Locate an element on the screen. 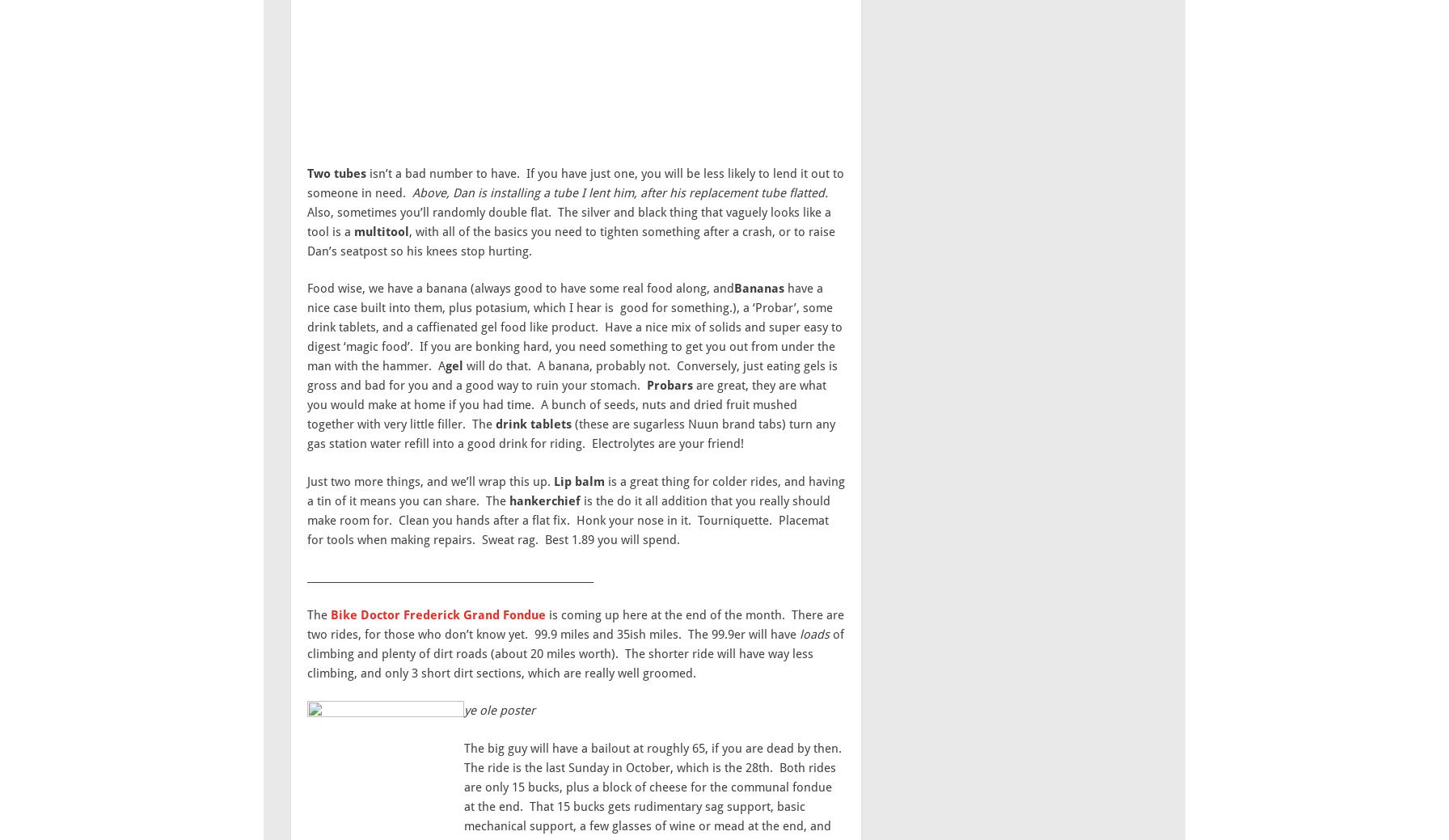 This screenshot has width=1449, height=840. 'drink tablets' is located at coordinates (532, 424).